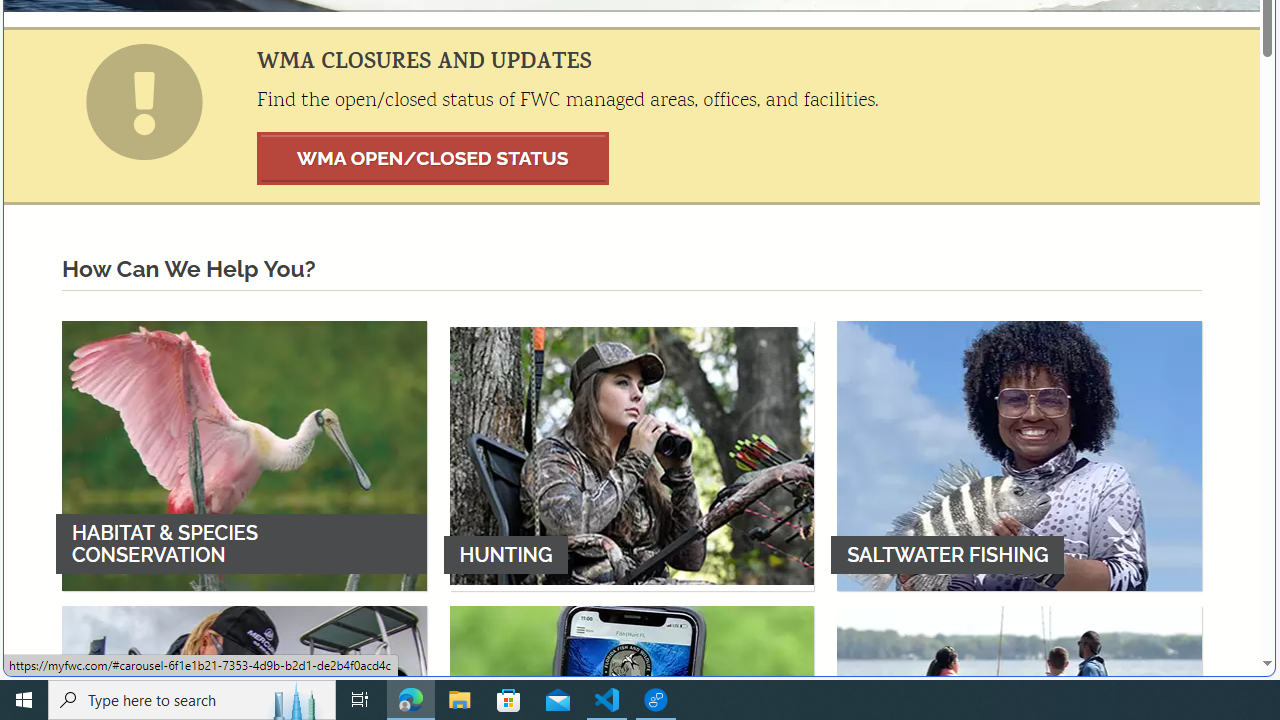  What do you see at coordinates (1019, 455) in the screenshot?
I see `'SALTWATER FISHING'` at bounding box center [1019, 455].